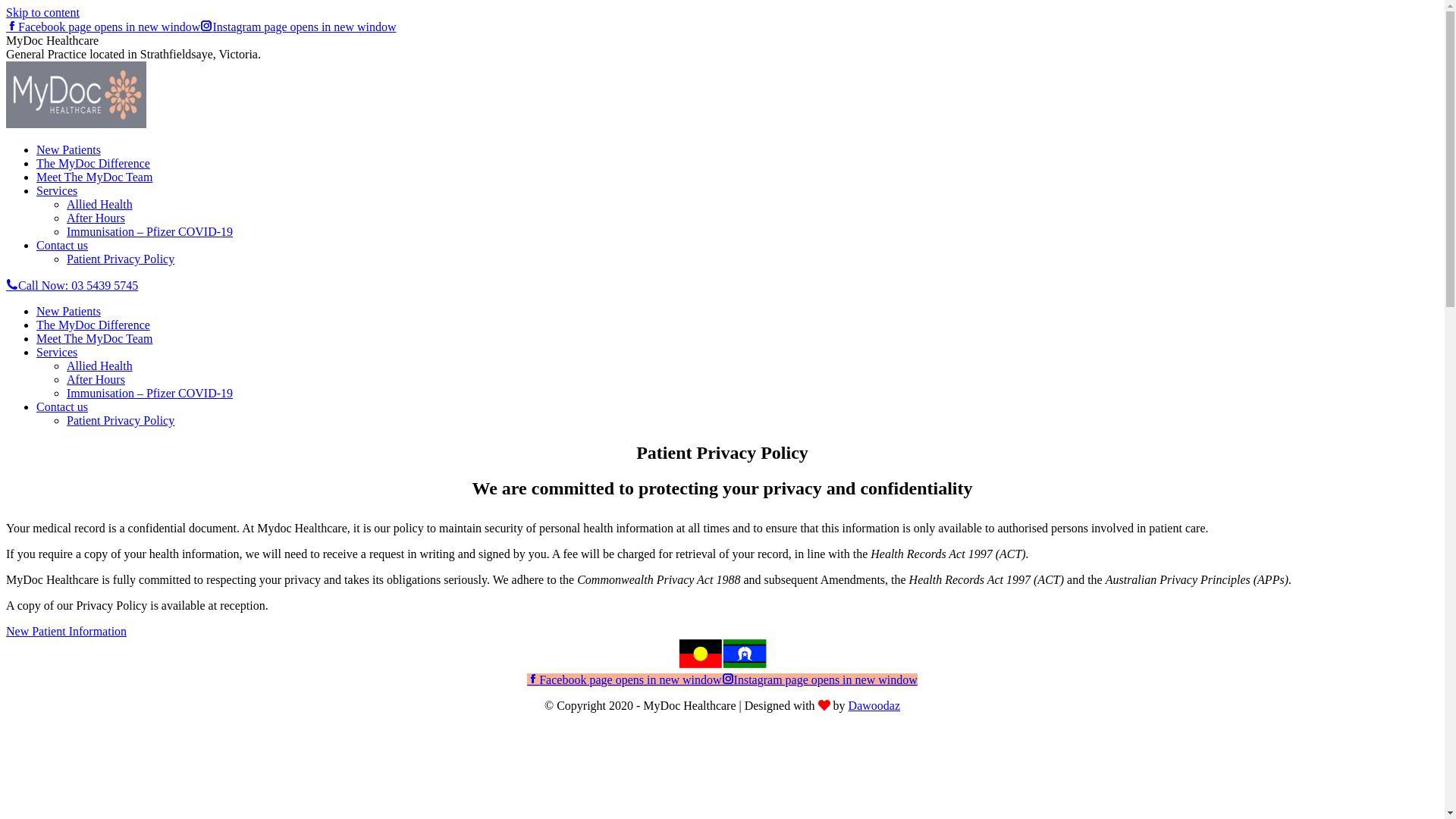 Image resolution: width=1456 pixels, height=819 pixels. I want to click on 'Facebook page opens in new window', so click(623, 679).